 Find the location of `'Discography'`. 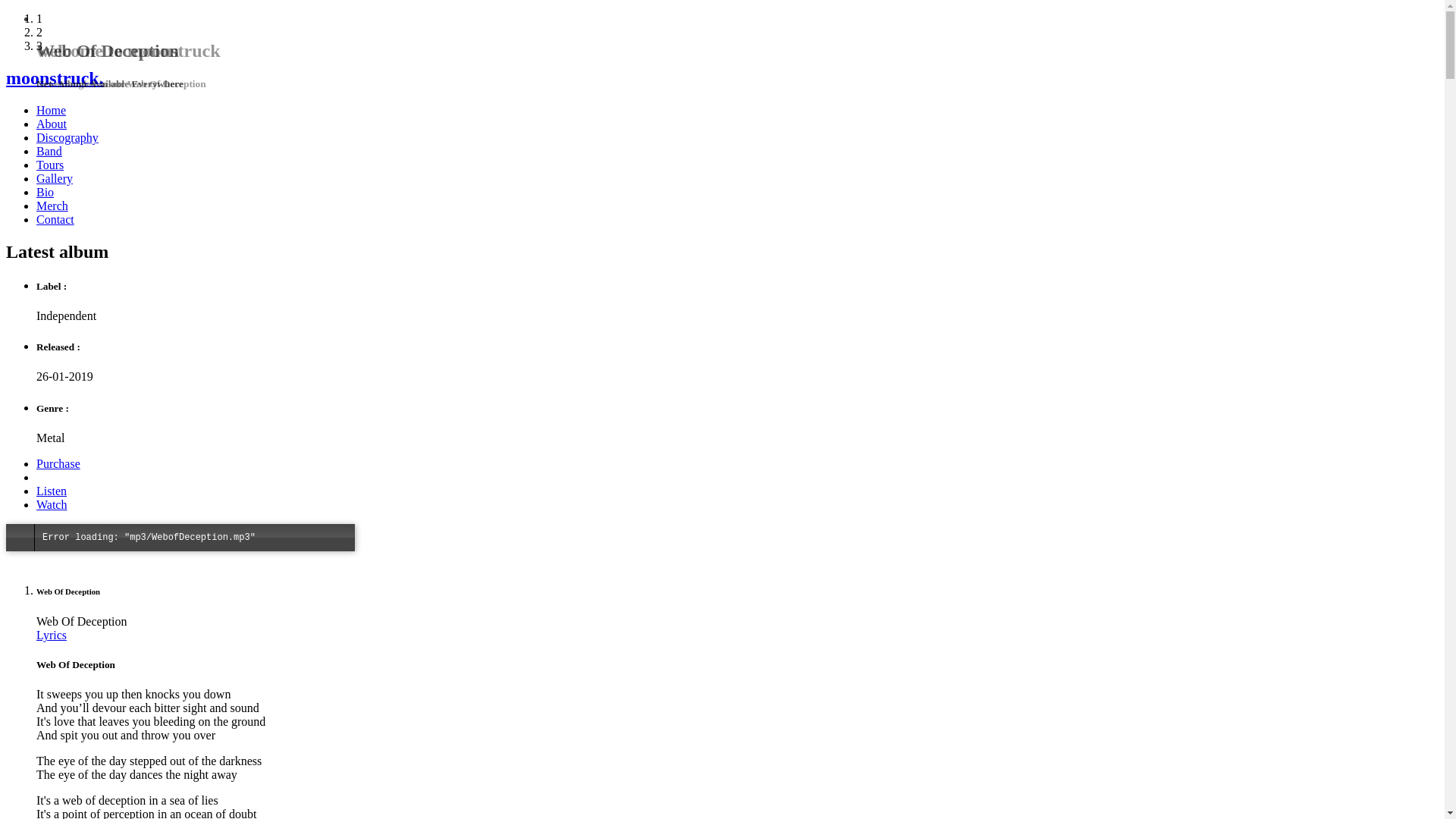

'Discography' is located at coordinates (36, 137).